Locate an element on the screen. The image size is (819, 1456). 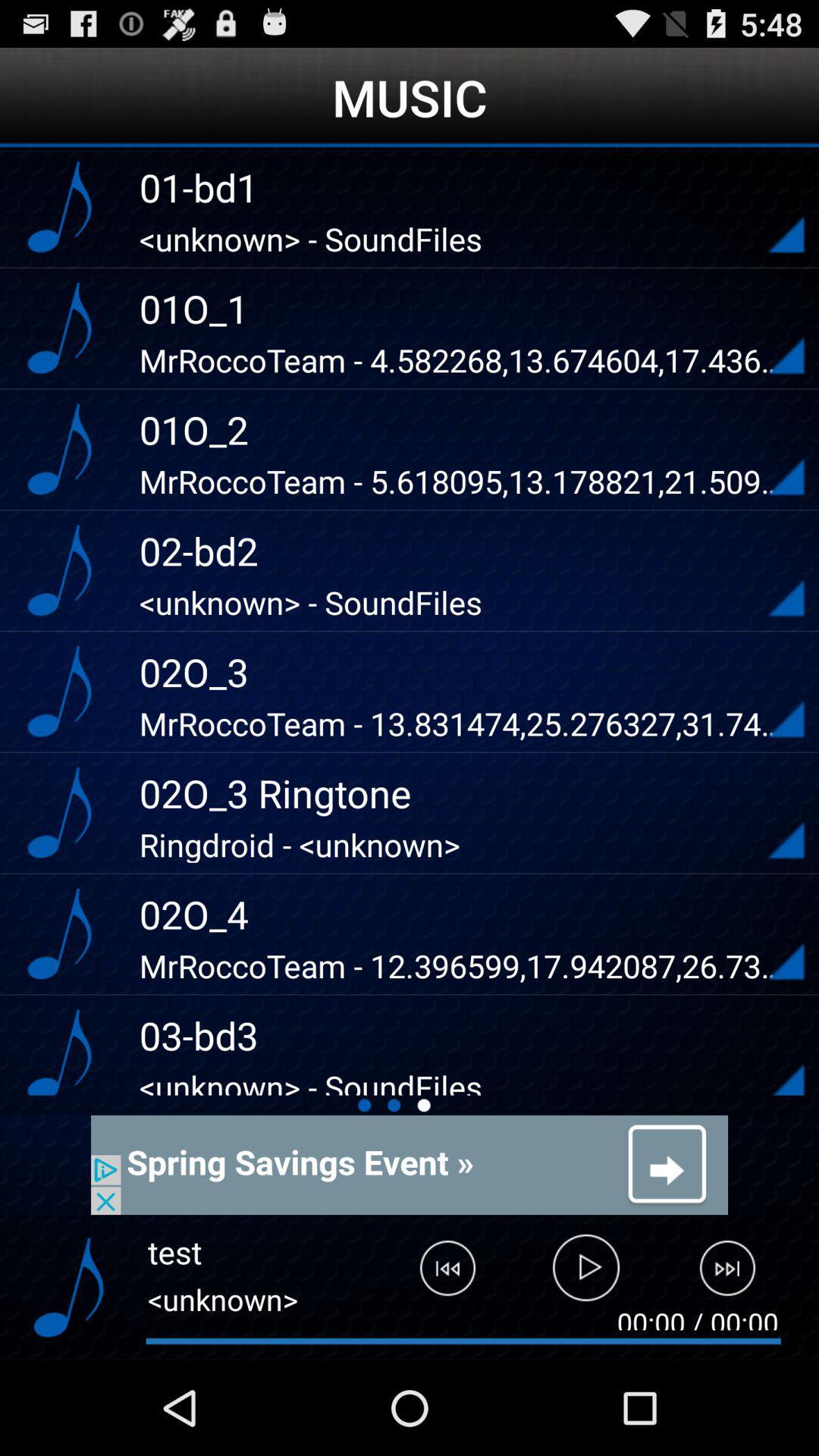
the skip_next icon is located at coordinates (736, 1364).